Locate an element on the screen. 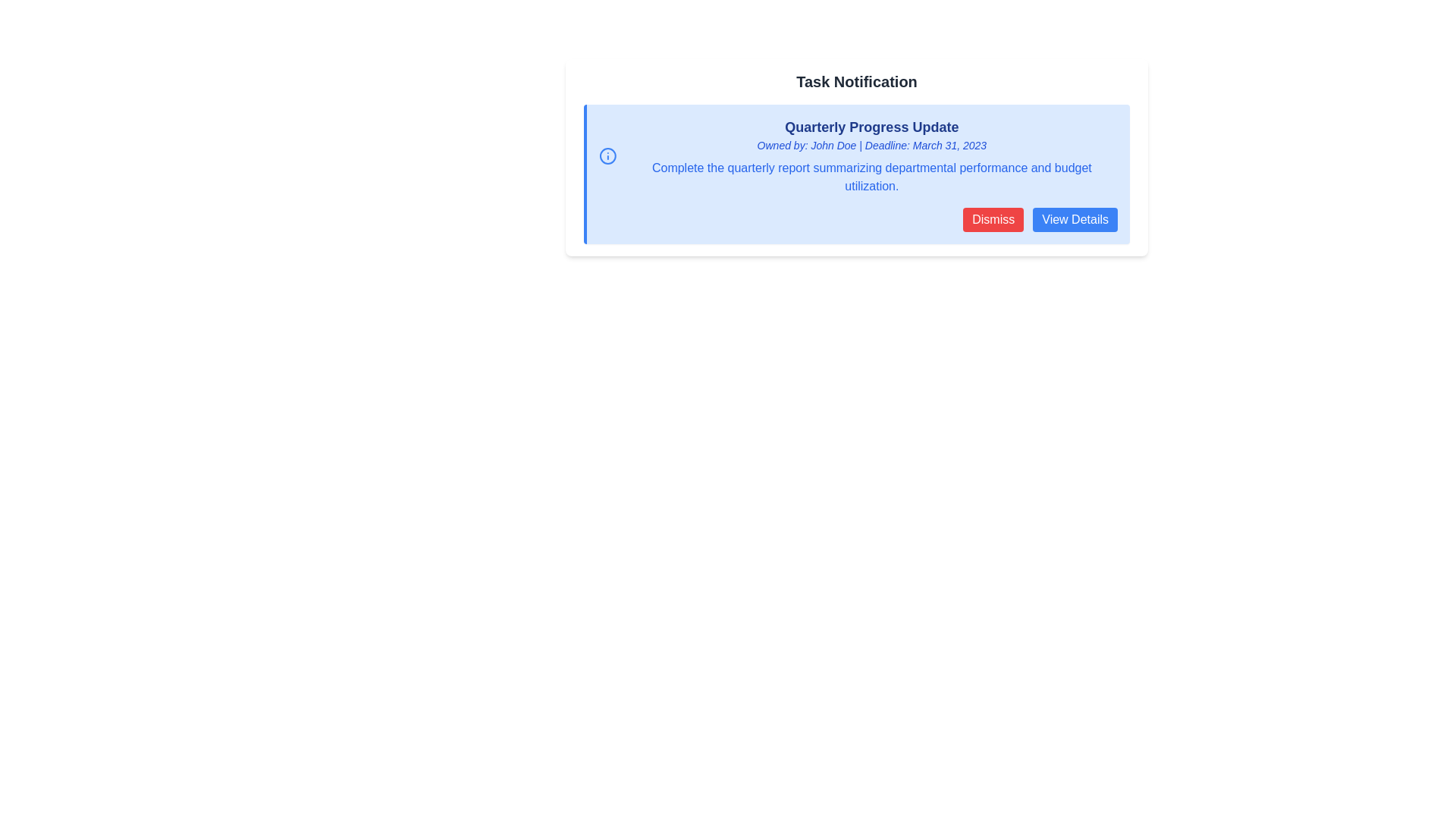  the 'Task Notification' heading element, which is a bold and large text display styled in grey, located at the top of a card component is located at coordinates (856, 82).